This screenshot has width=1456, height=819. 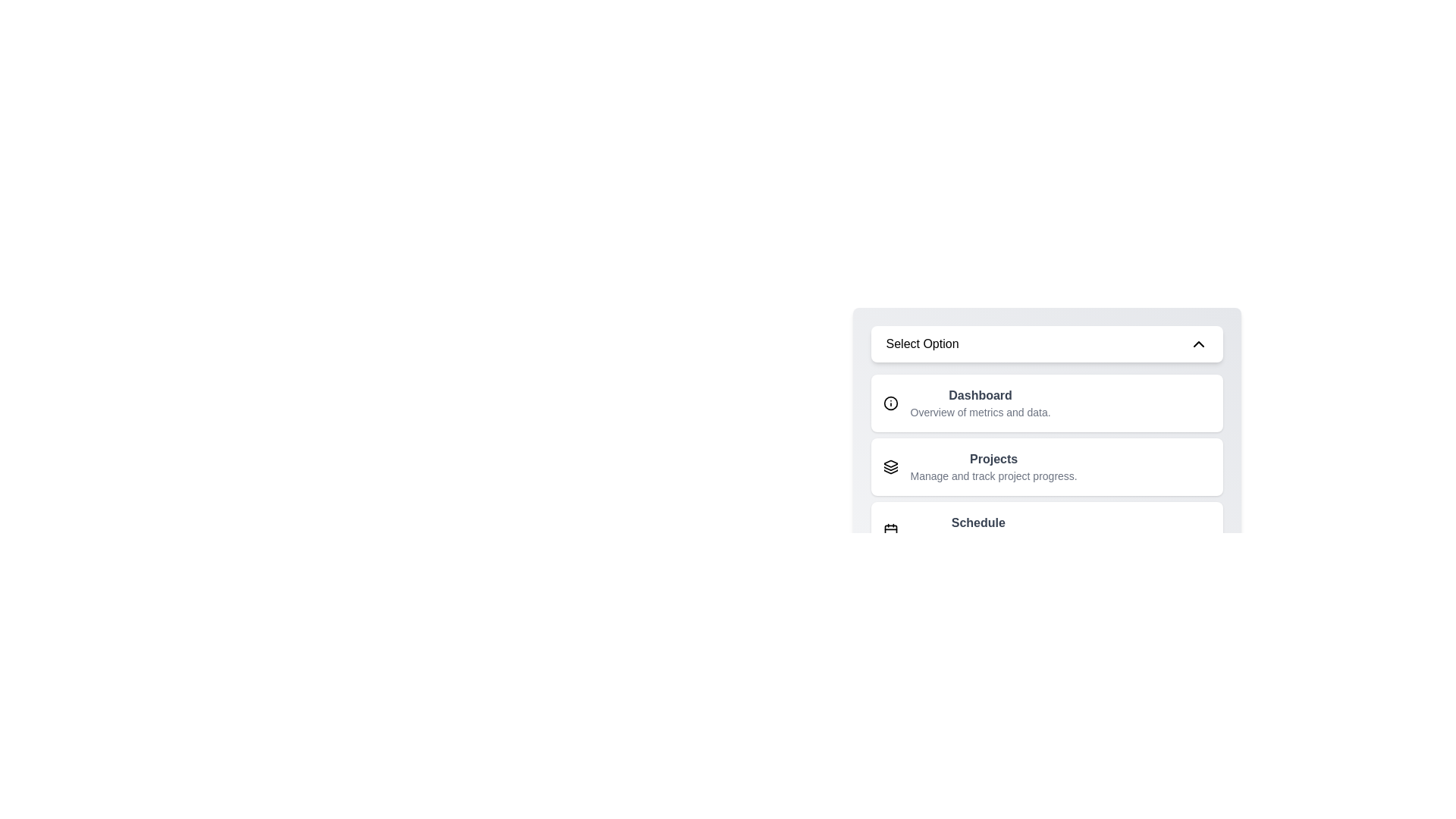 What do you see at coordinates (890, 466) in the screenshot?
I see `the icon next to the Projects menu item` at bounding box center [890, 466].